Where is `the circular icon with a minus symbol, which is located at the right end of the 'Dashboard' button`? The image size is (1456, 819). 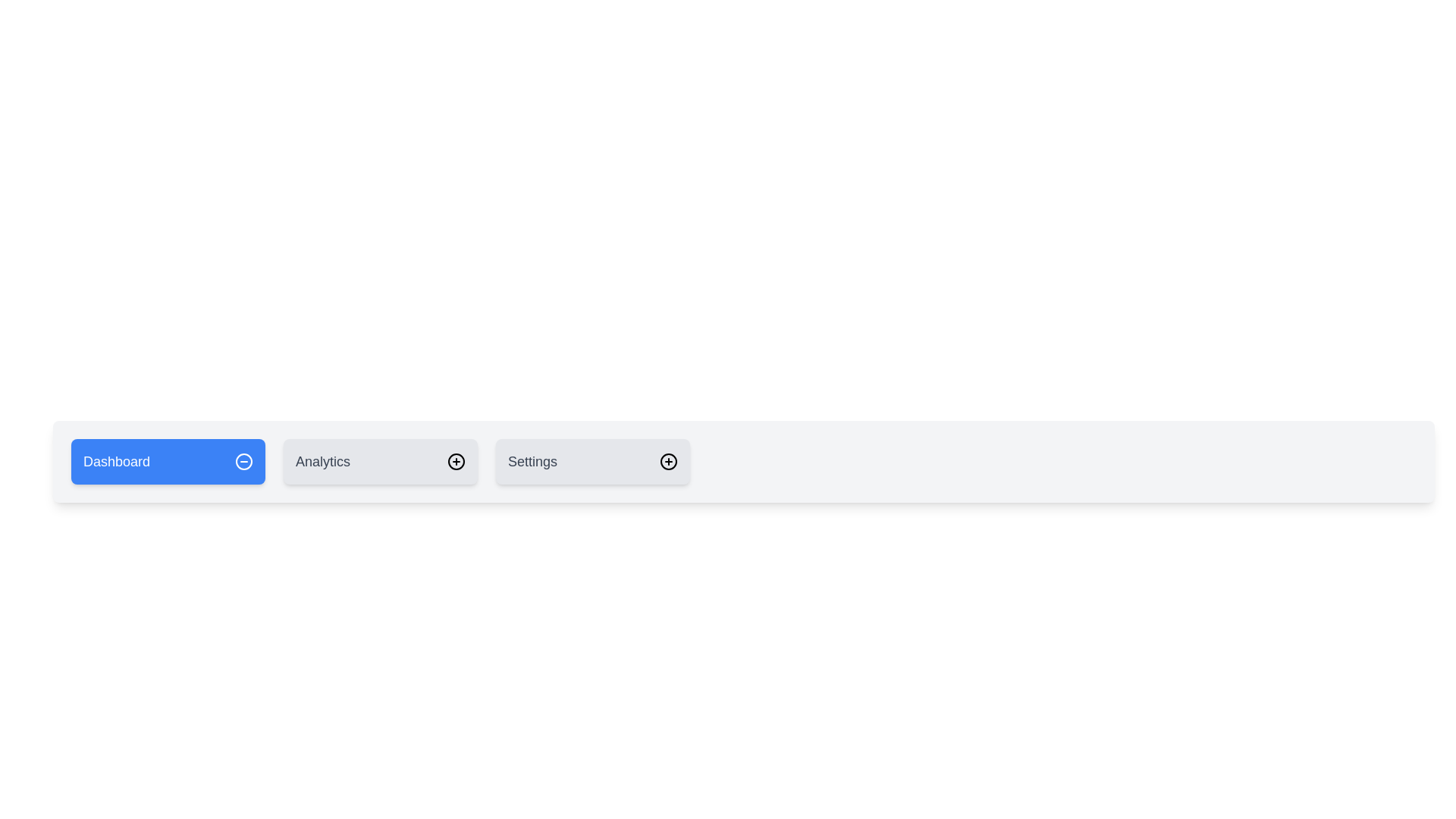 the circular icon with a minus symbol, which is located at the right end of the 'Dashboard' button is located at coordinates (243, 461).